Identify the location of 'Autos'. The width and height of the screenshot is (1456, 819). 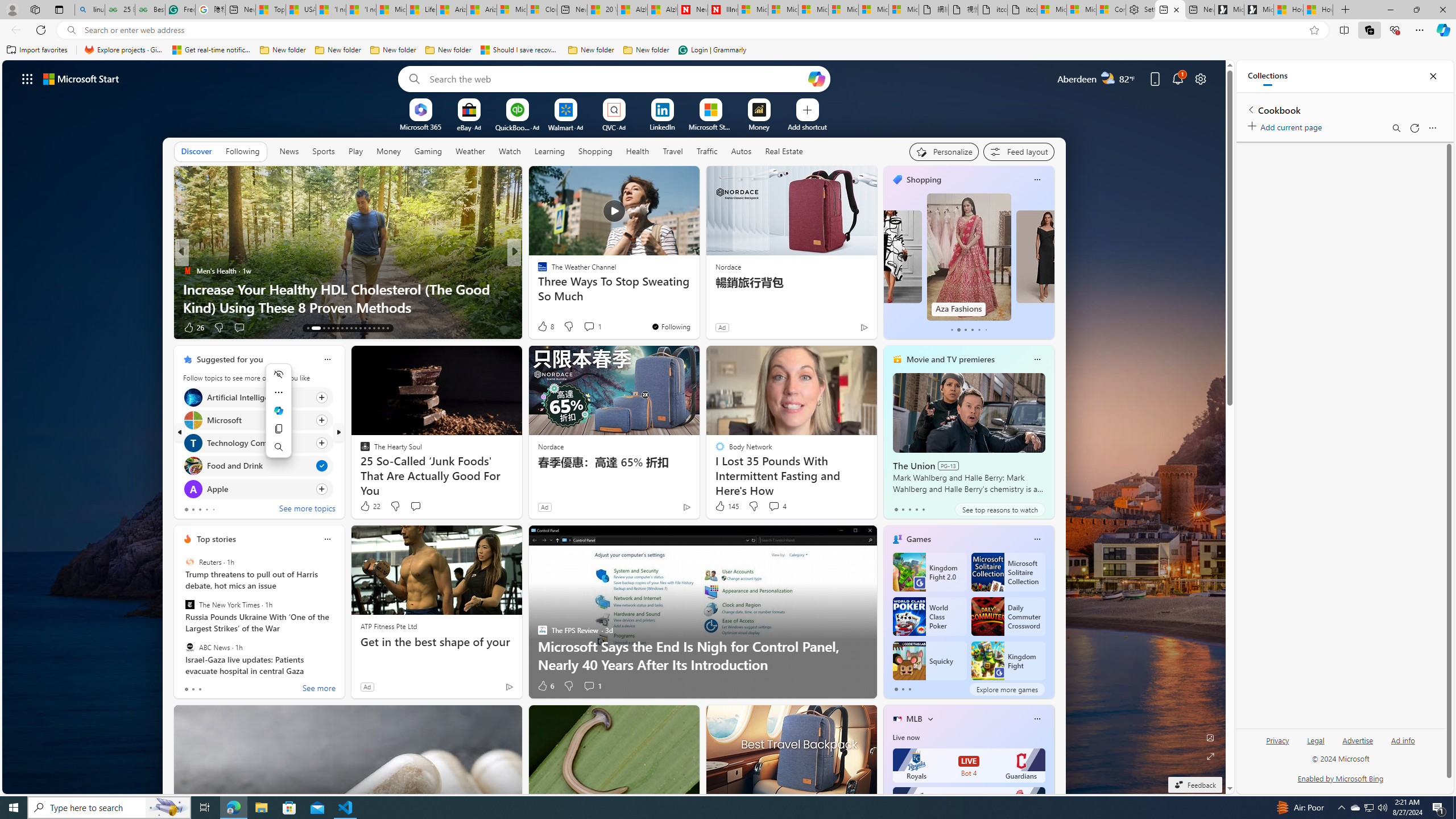
(741, 151).